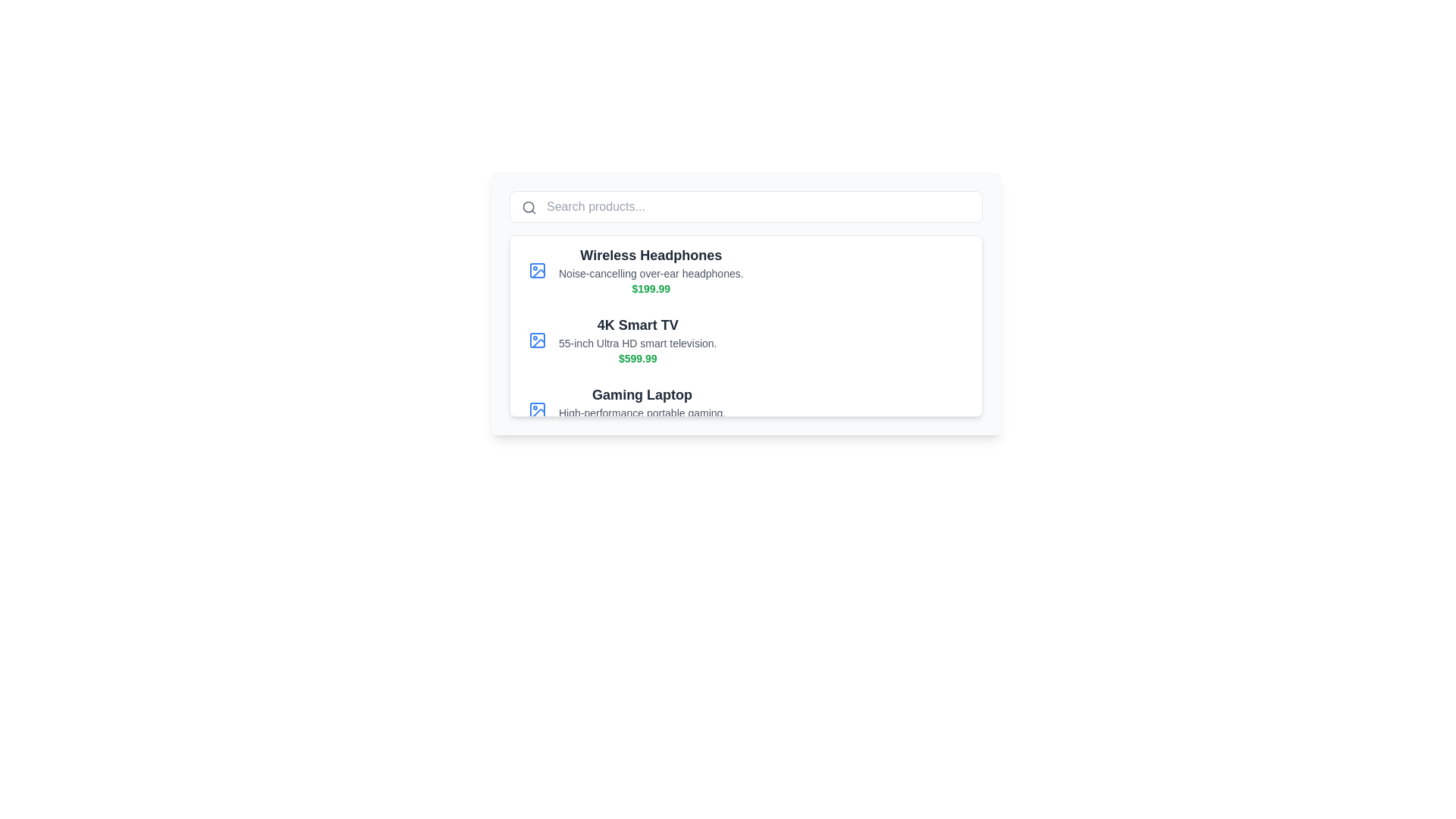 Image resolution: width=1456 pixels, height=819 pixels. Describe the element at coordinates (529, 207) in the screenshot. I see `the circular component of the magnifying glass icon in the search bar located in the top-left part of the user interface` at that location.